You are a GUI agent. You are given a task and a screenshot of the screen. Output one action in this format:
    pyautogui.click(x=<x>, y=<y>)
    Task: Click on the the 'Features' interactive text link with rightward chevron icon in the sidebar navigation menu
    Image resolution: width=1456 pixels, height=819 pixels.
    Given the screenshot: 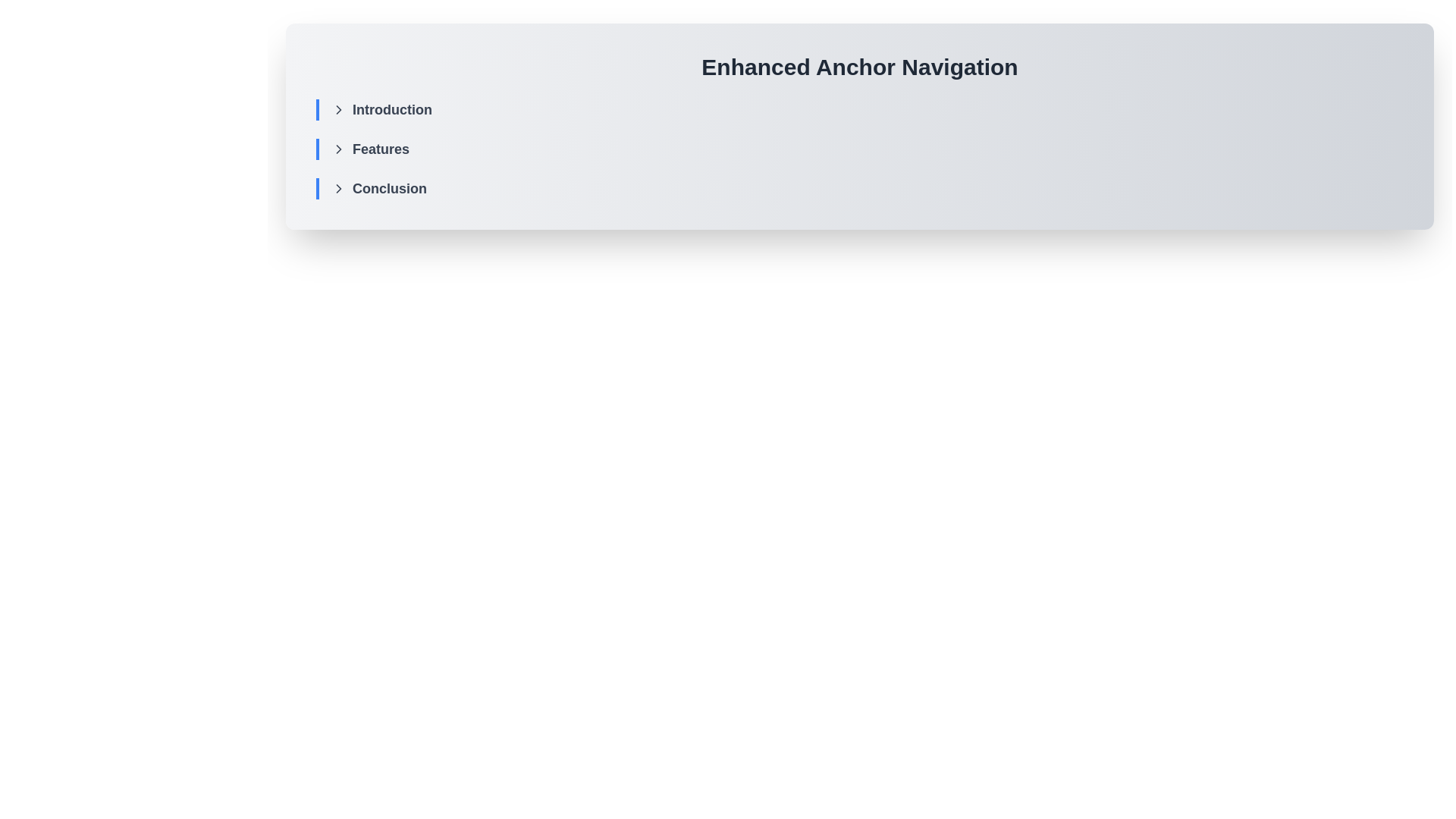 What is the action you would take?
    pyautogui.click(x=370, y=149)
    